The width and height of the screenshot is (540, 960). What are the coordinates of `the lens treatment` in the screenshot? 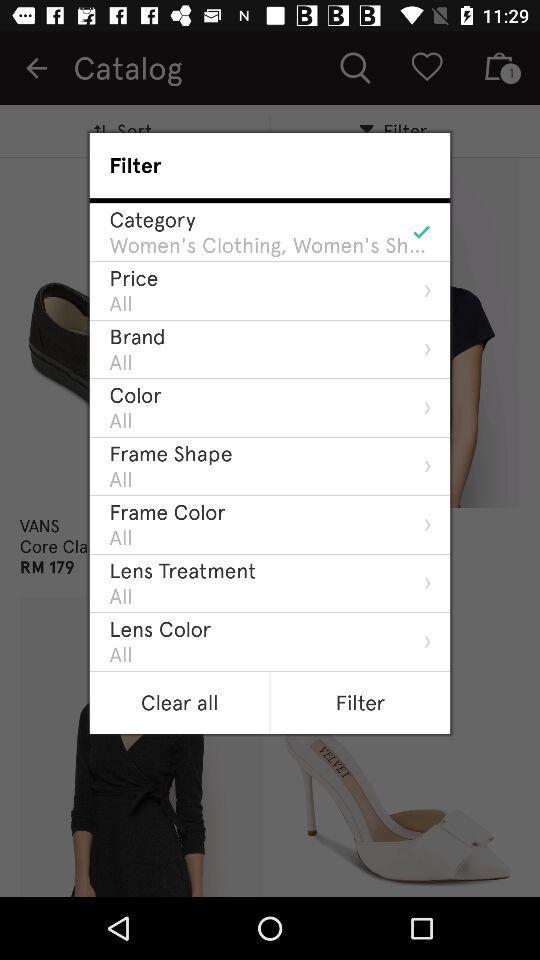 It's located at (182, 570).